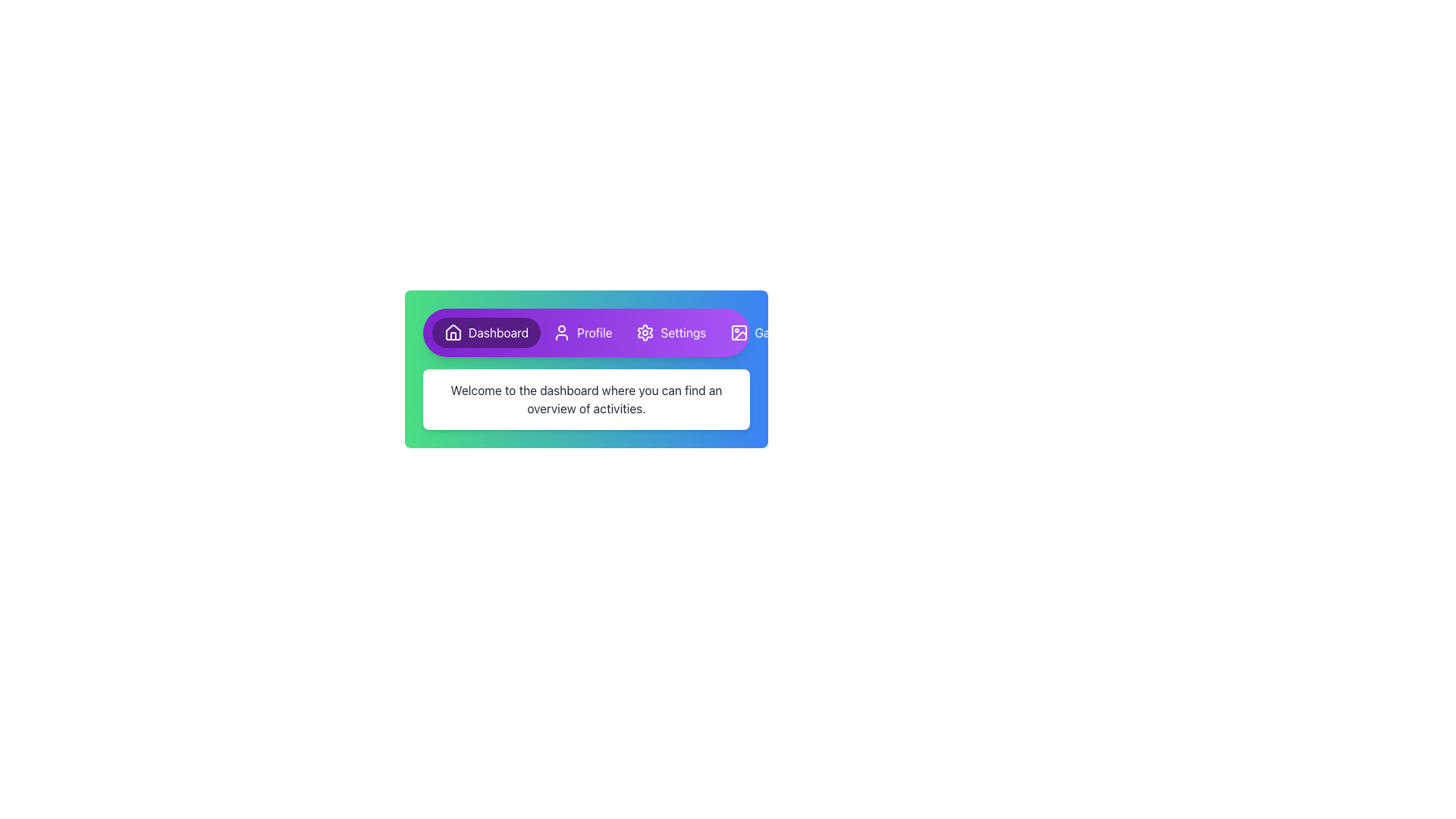  Describe the element at coordinates (498, 332) in the screenshot. I see `the 'Dashboard' text label, which is styled in white text on a purple background in the top-left corner of the navbar` at that location.